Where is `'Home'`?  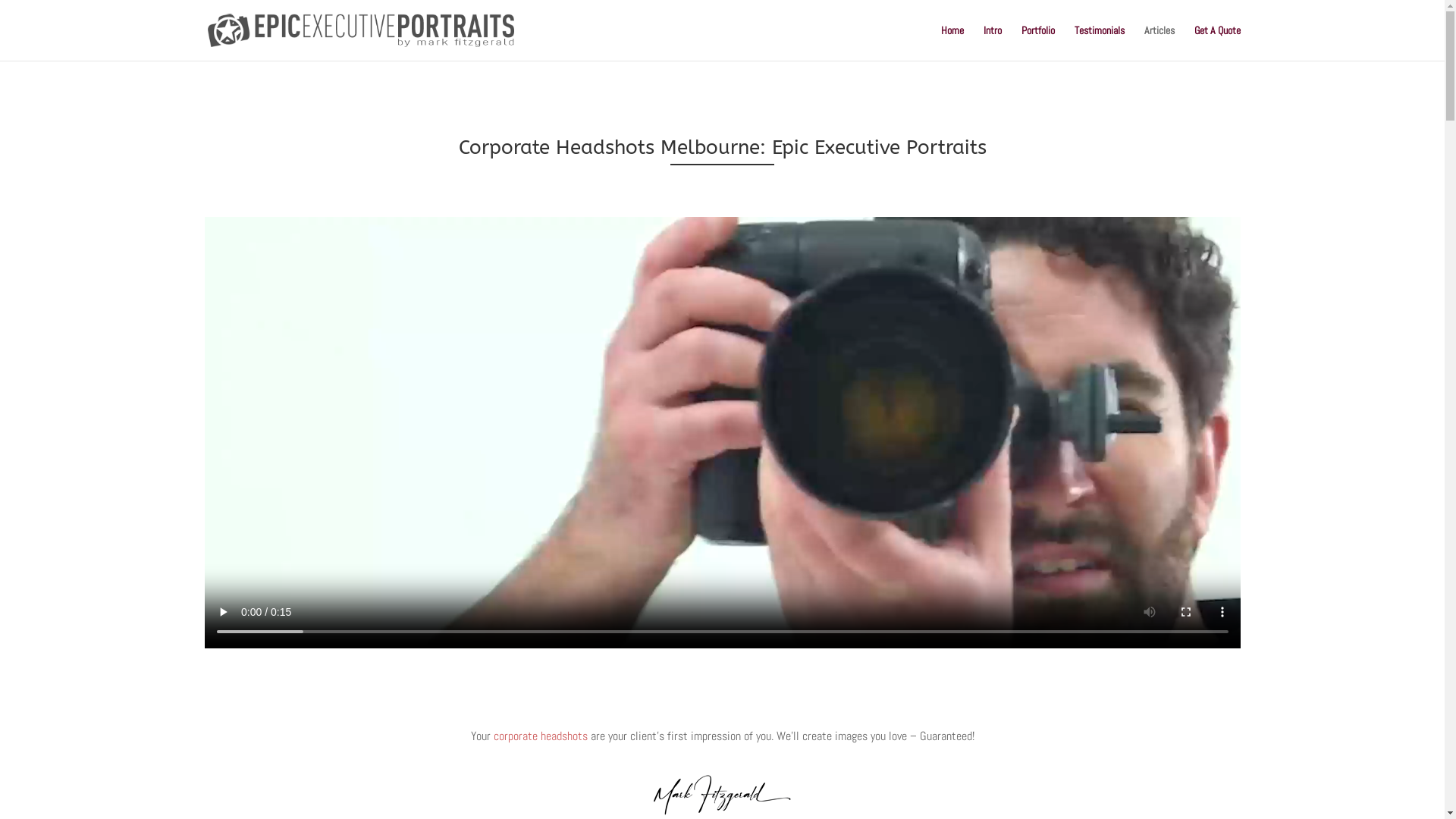 'Home' is located at coordinates (950, 42).